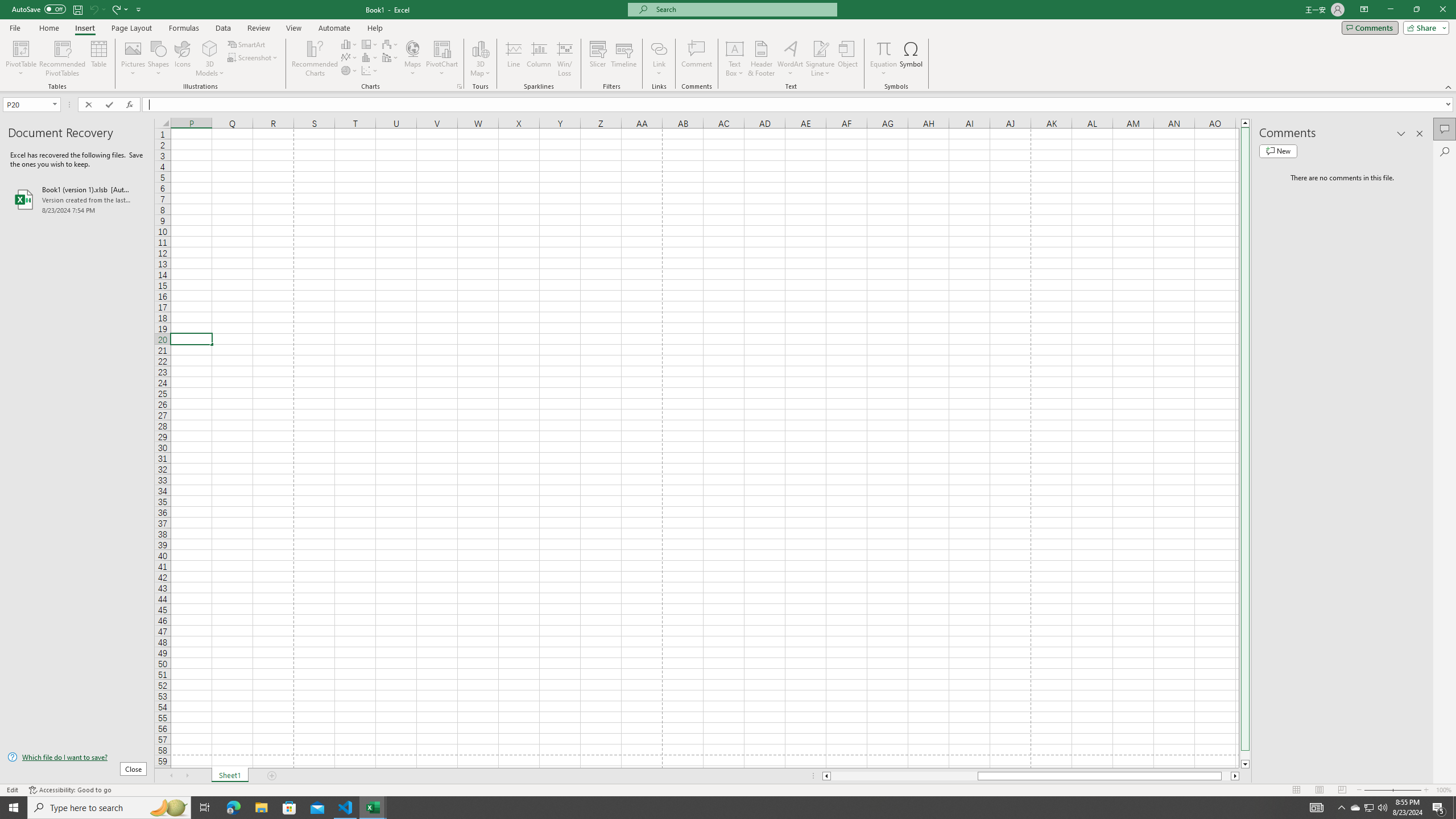  I want to click on 'Signature Line', so click(820, 59).